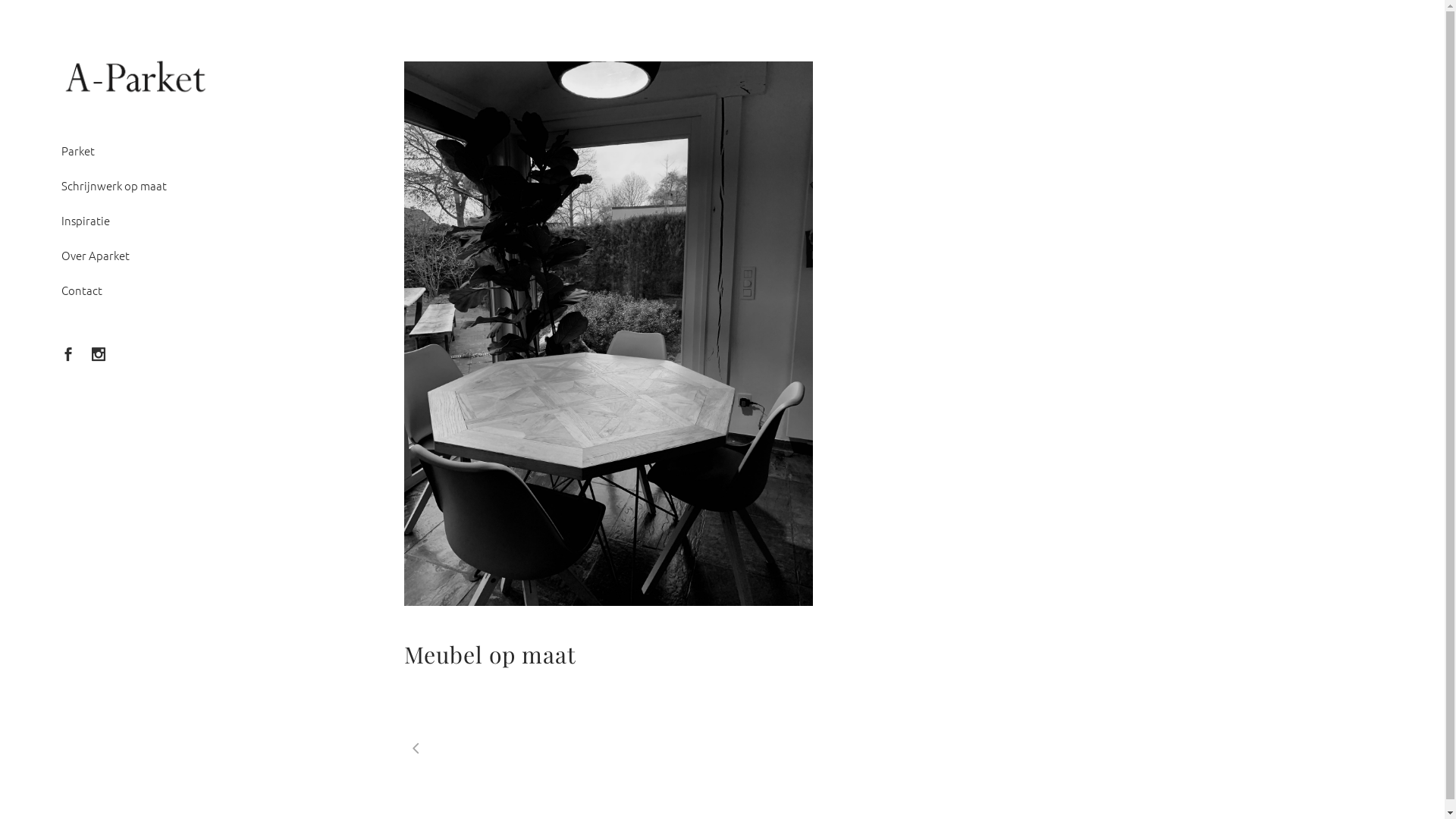  What do you see at coordinates (136, 151) in the screenshot?
I see `'Parket'` at bounding box center [136, 151].